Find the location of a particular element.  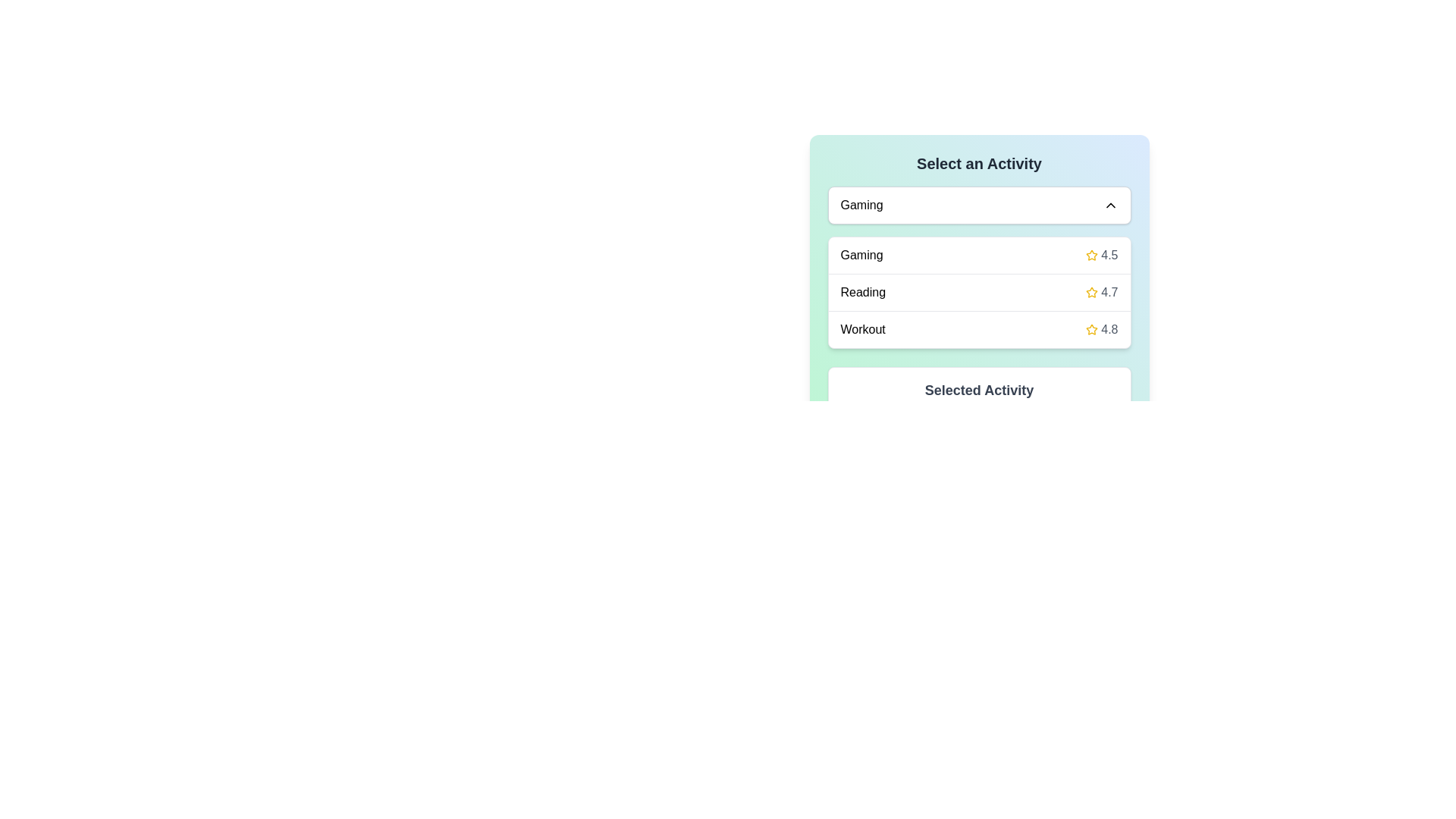

the static text label indicating the activity option 'Reading' in the dropdown menu titled 'Select an Activity' is located at coordinates (863, 292).